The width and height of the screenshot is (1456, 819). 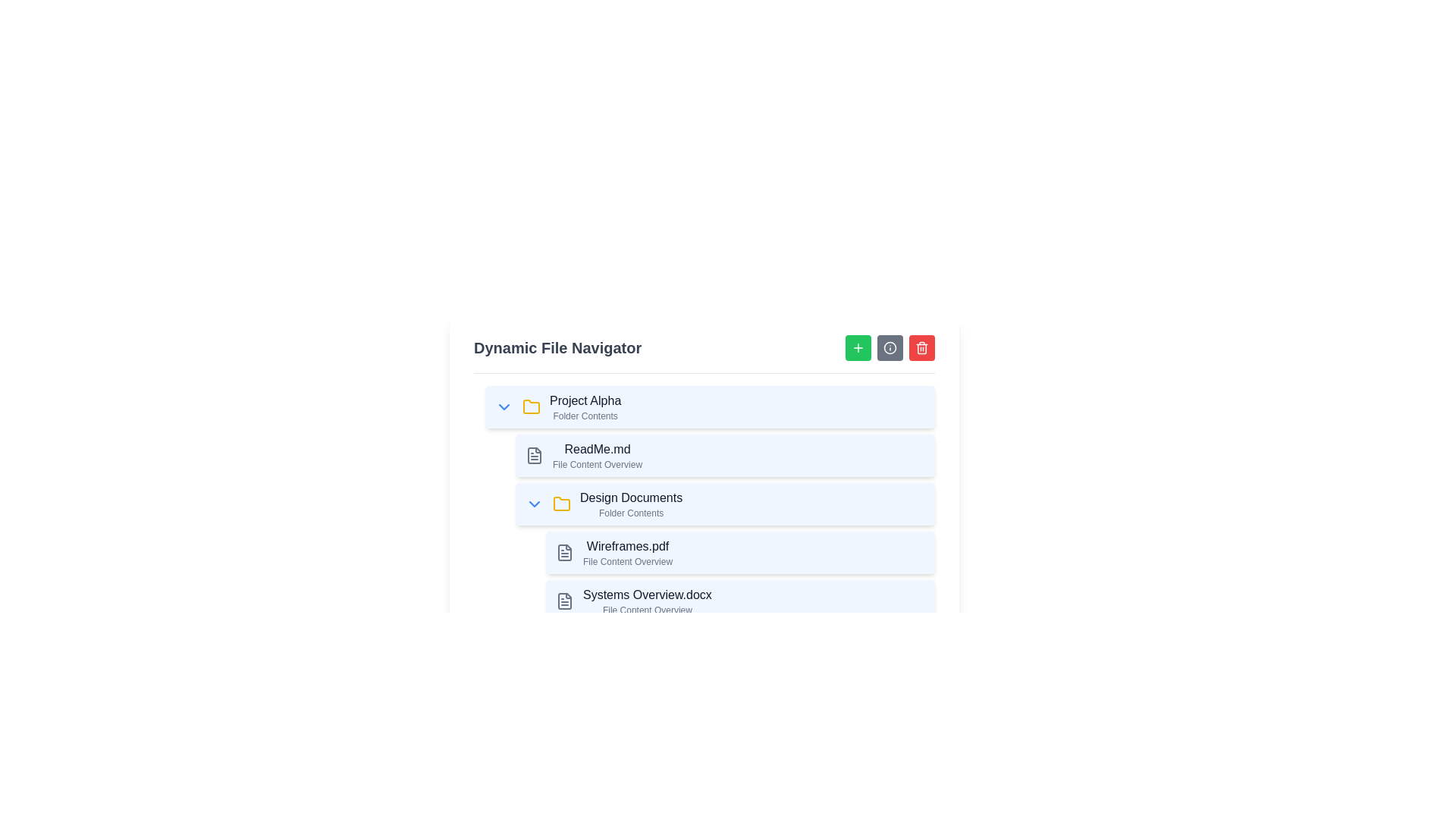 What do you see at coordinates (535, 504) in the screenshot?
I see `the downward-facing chevron toggle icon located in the header of the 'Design Documents' folder in the file navigator` at bounding box center [535, 504].